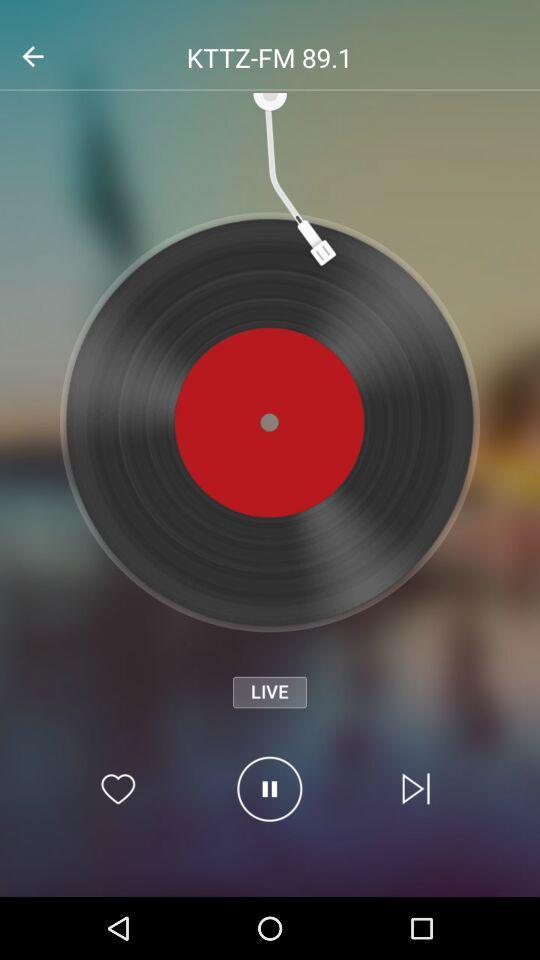 Image resolution: width=540 pixels, height=960 pixels. I want to click on the pause icon, so click(269, 789).